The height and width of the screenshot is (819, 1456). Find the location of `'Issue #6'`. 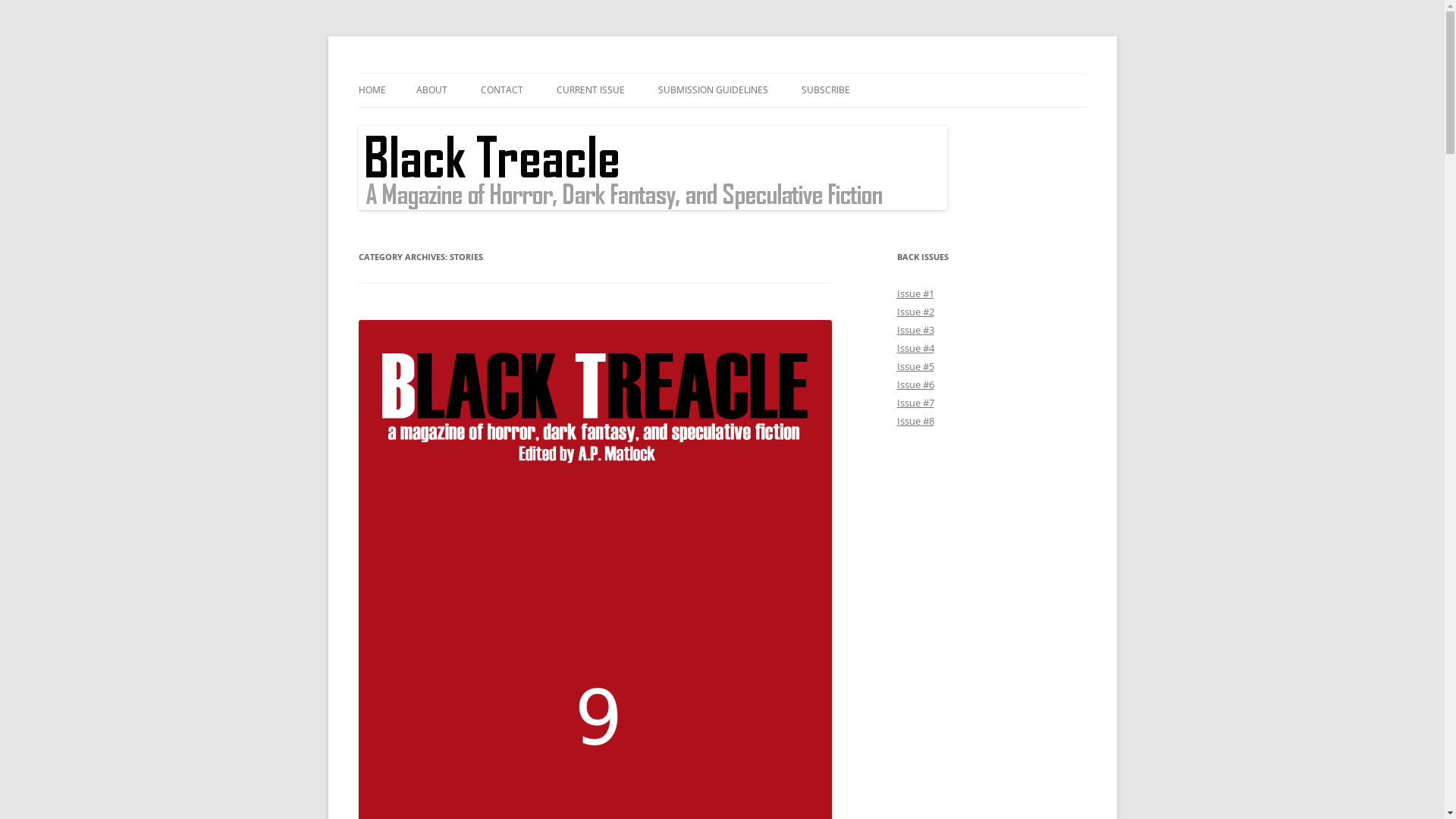

'Issue #6' is located at coordinates (914, 383).